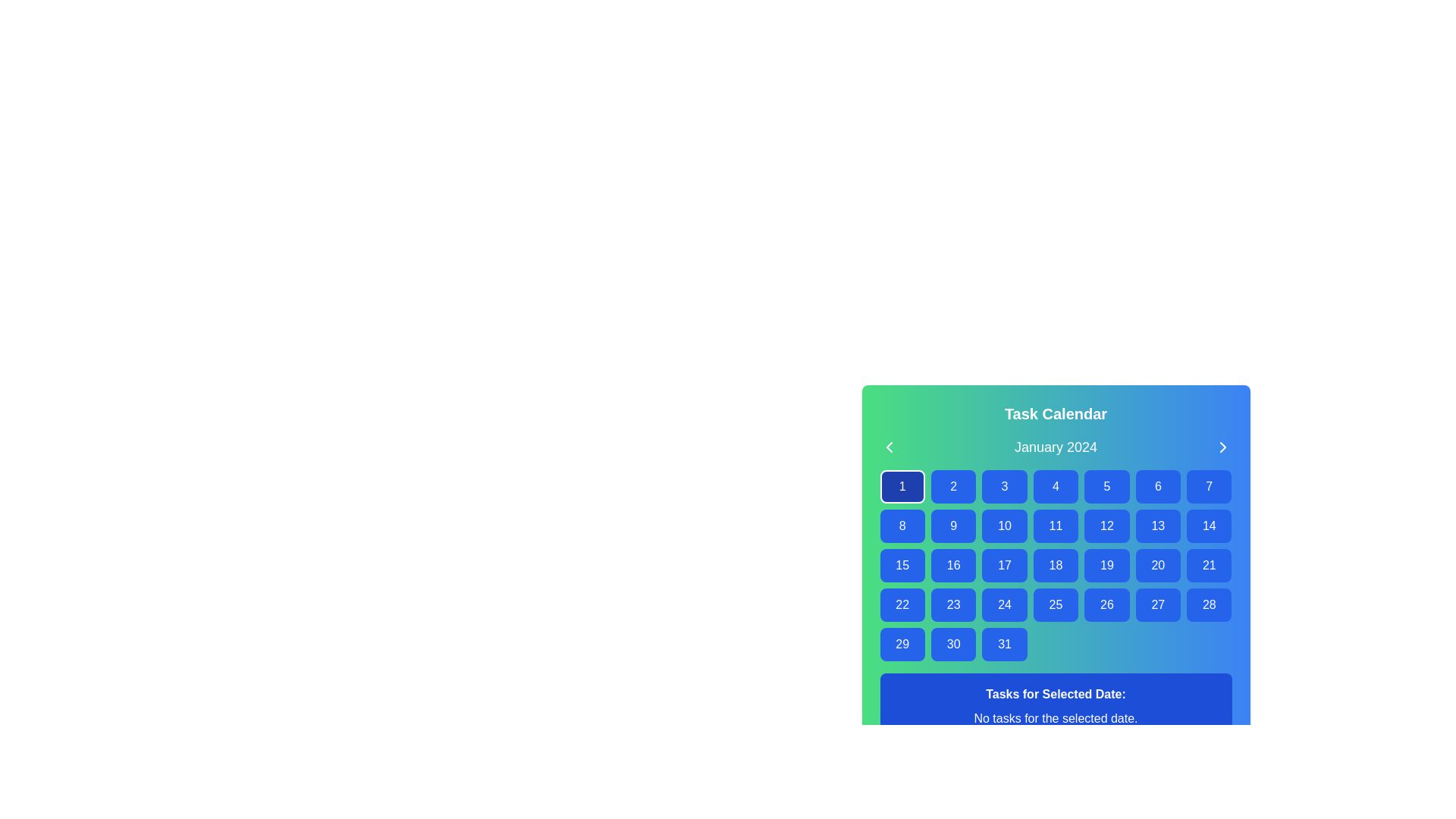 The width and height of the screenshot is (1456, 819). What do you see at coordinates (1055, 565) in the screenshot?
I see `the blue square button with rounded borders displaying '18' in white text` at bounding box center [1055, 565].